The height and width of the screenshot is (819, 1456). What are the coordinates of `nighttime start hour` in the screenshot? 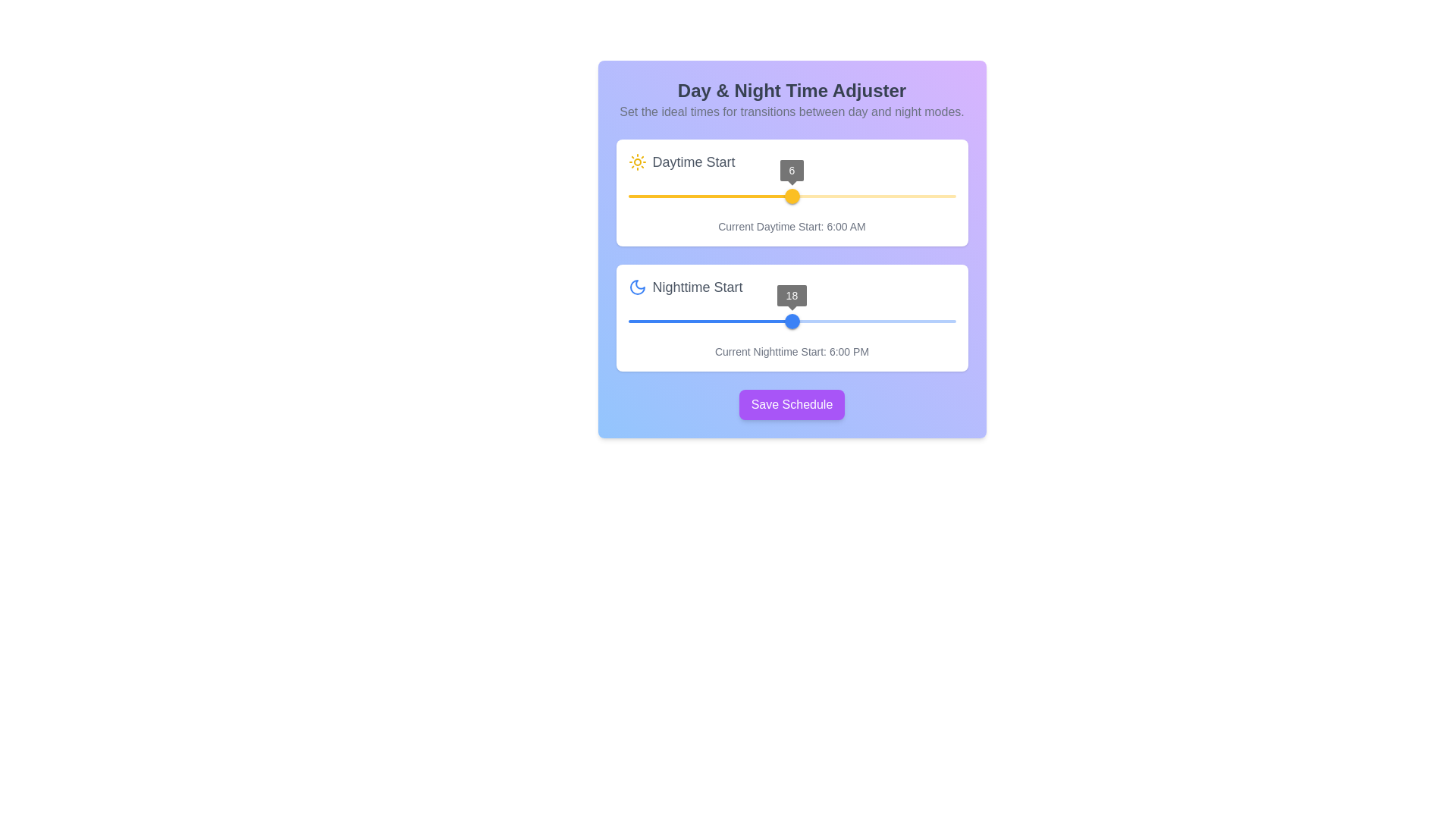 It's located at (901, 321).